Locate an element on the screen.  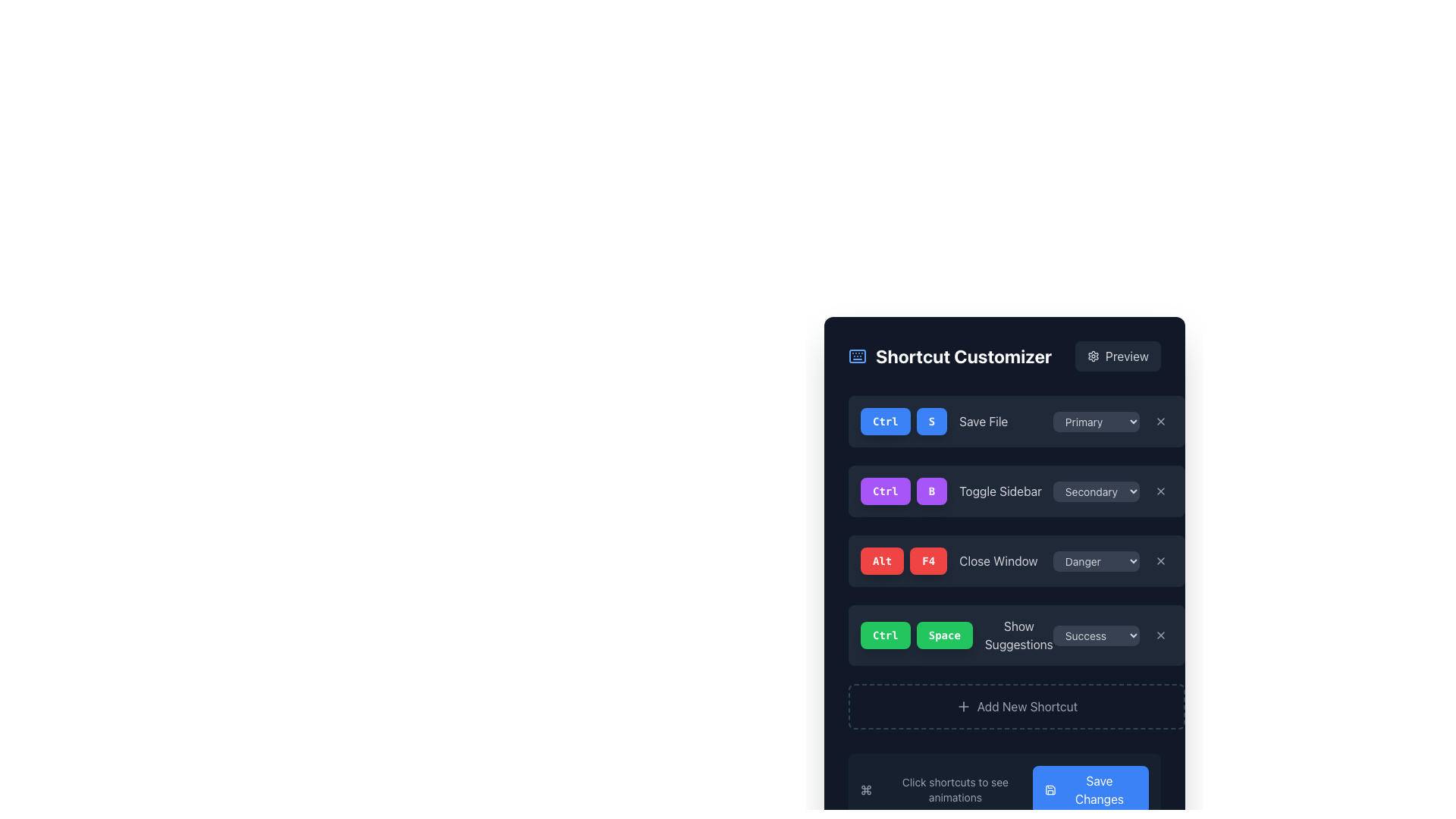
the close or delete button located at the far-right end of the action row, which is aligned with the 'Danger' dropdown menu and the 'Alt + F4' label is located at coordinates (1159, 561).